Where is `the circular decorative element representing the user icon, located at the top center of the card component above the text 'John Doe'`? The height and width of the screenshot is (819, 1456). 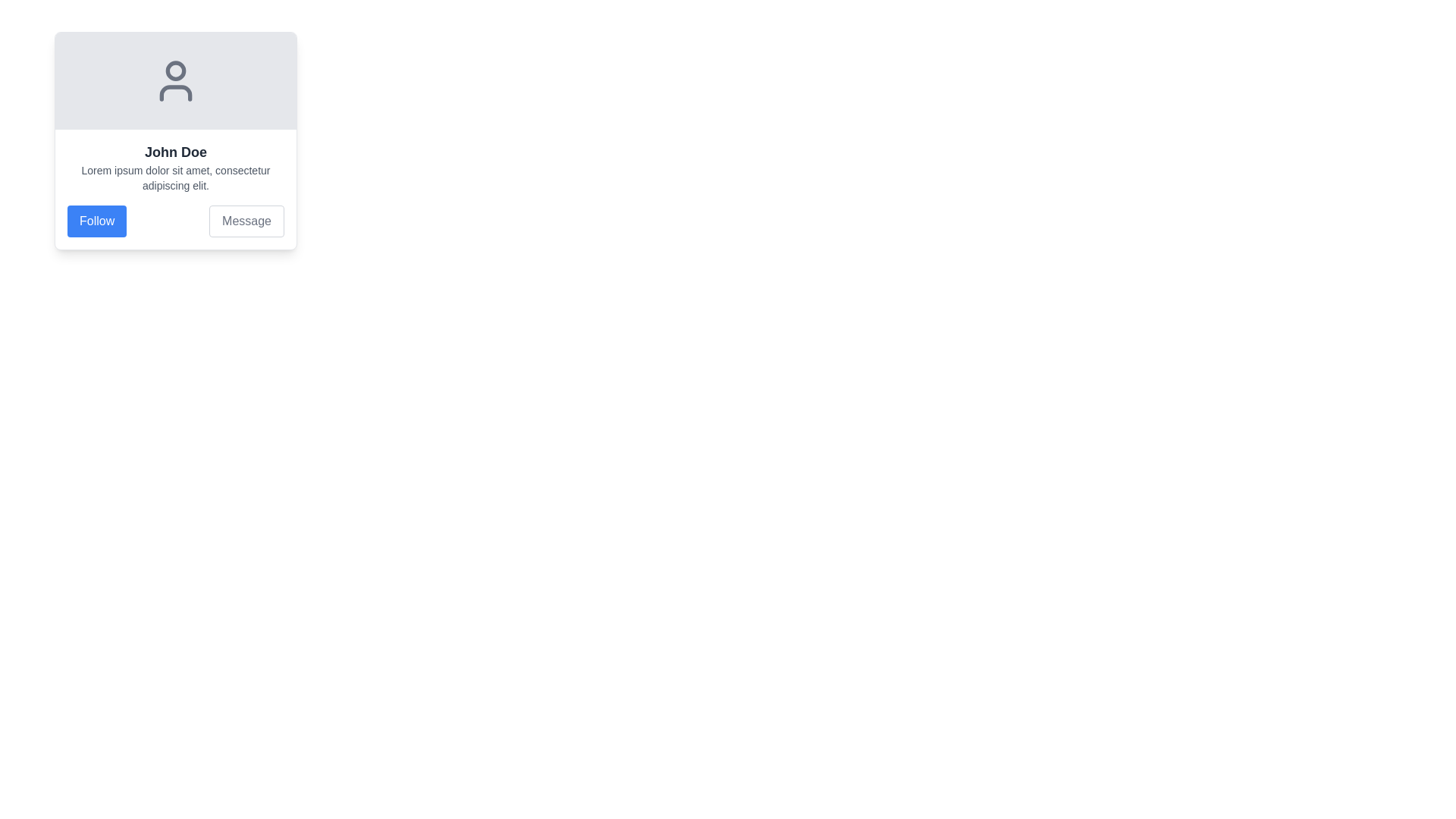
the circular decorative element representing the user icon, located at the top center of the card component above the text 'John Doe' is located at coordinates (175, 70).